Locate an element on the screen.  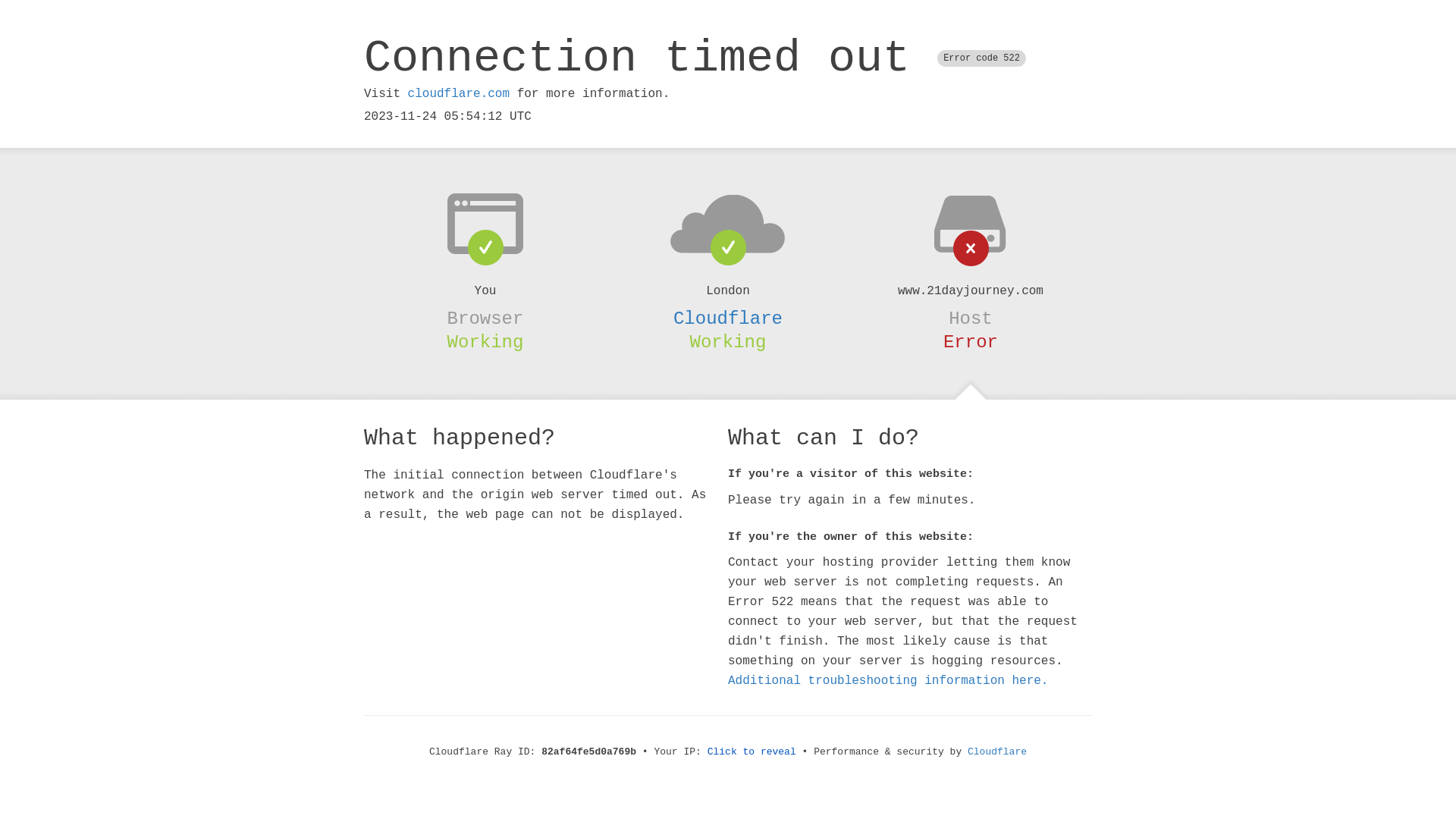
'Additional troubleshooting information here.' is located at coordinates (888, 680).